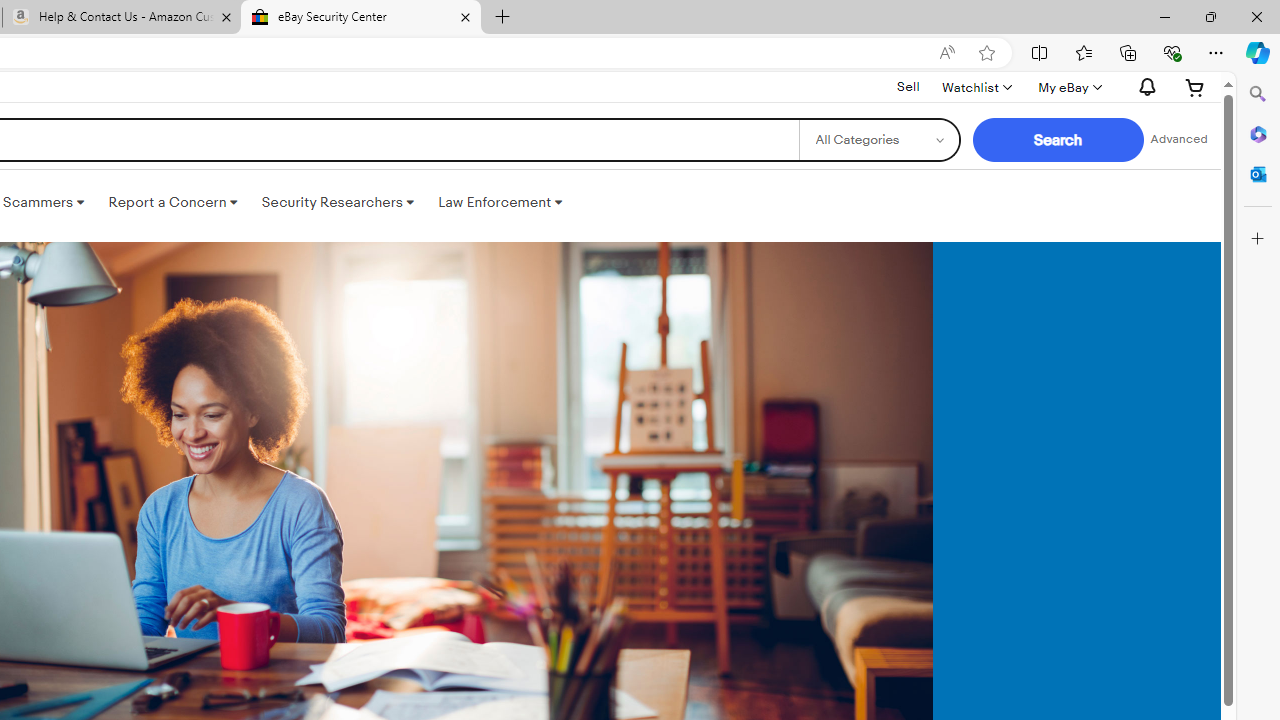  Describe the element at coordinates (1179, 139) in the screenshot. I see `'Advanced Search'` at that location.